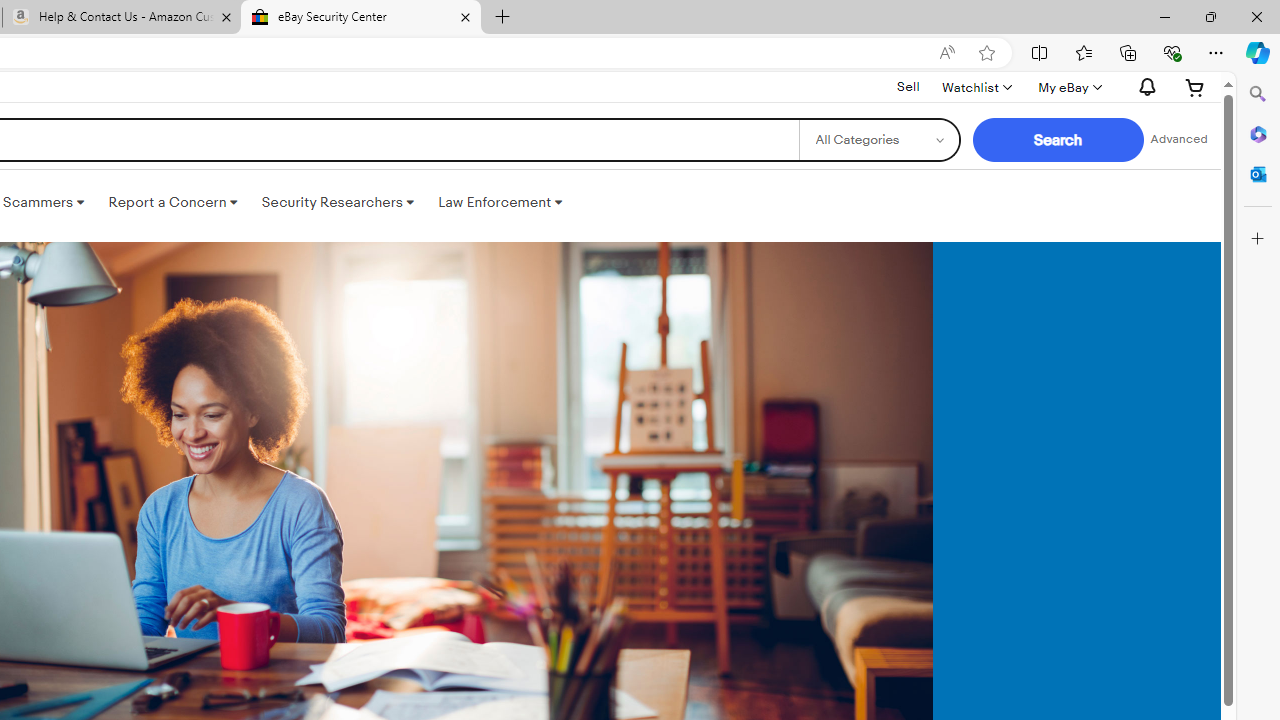  Describe the element at coordinates (1179, 139) in the screenshot. I see `'Advanced Search'` at that location.